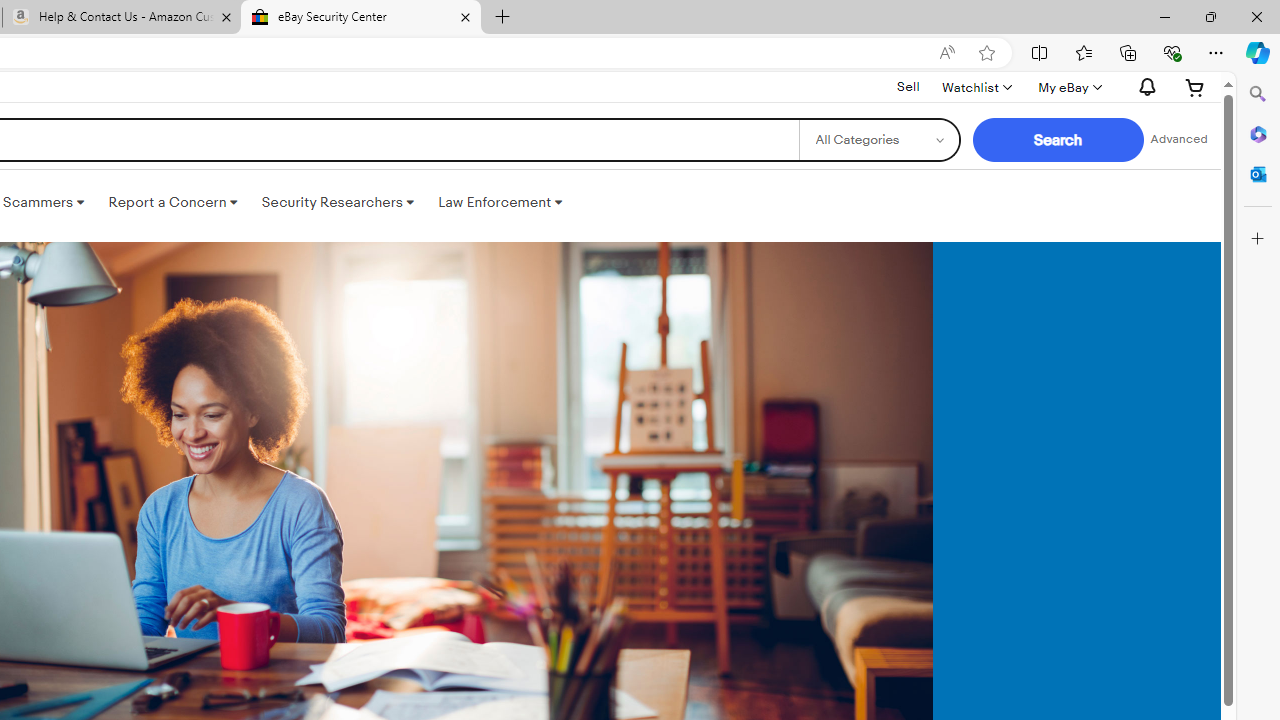  Describe the element at coordinates (1179, 139) in the screenshot. I see `'Advanced Search'` at that location.